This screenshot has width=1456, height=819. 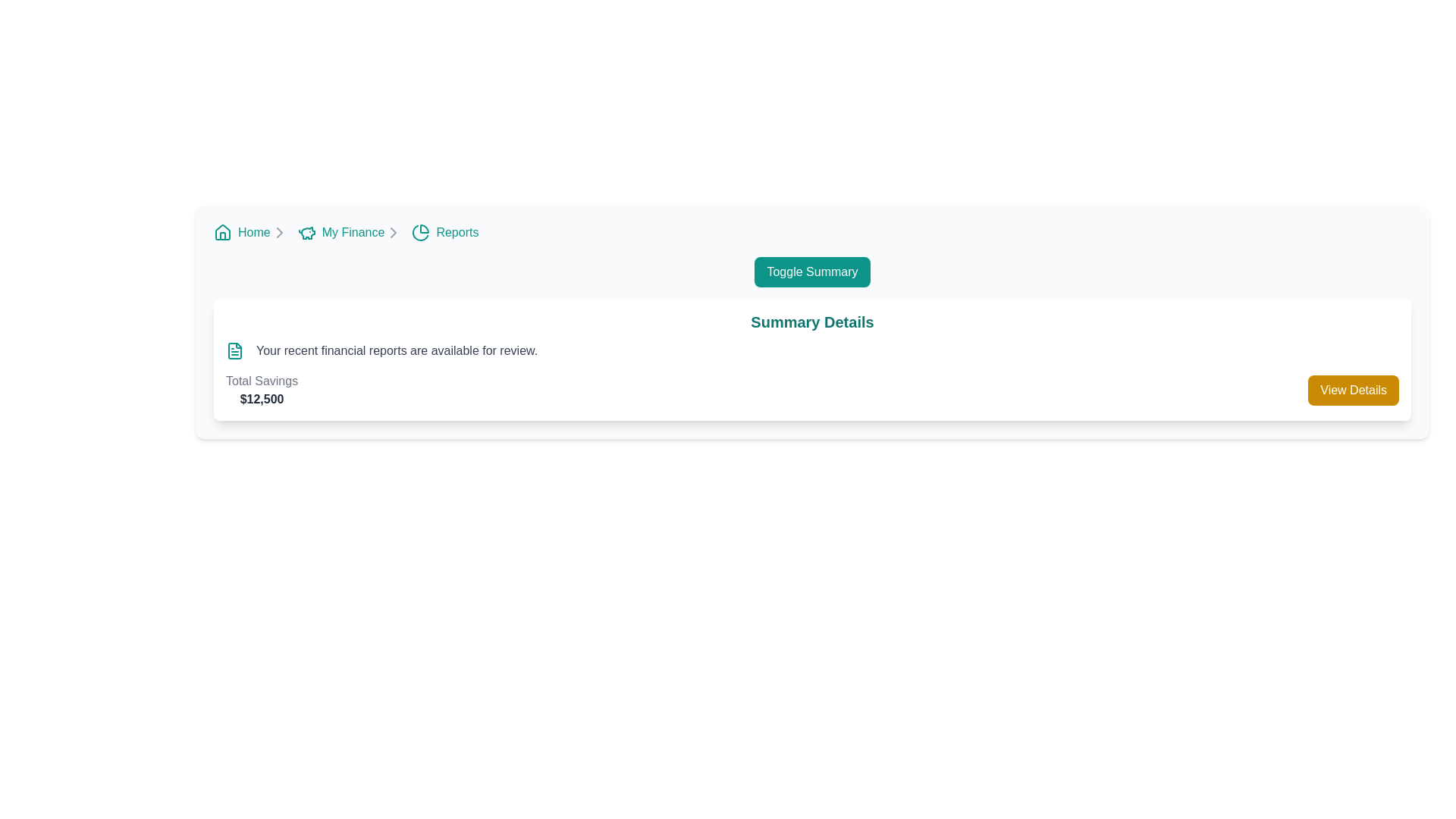 I want to click on the rectangular button with rounded corners, featuring a yellow background and the text 'View Details' in white, located in the bottom right section of the card widget, to observe style changes, so click(x=1354, y=390).